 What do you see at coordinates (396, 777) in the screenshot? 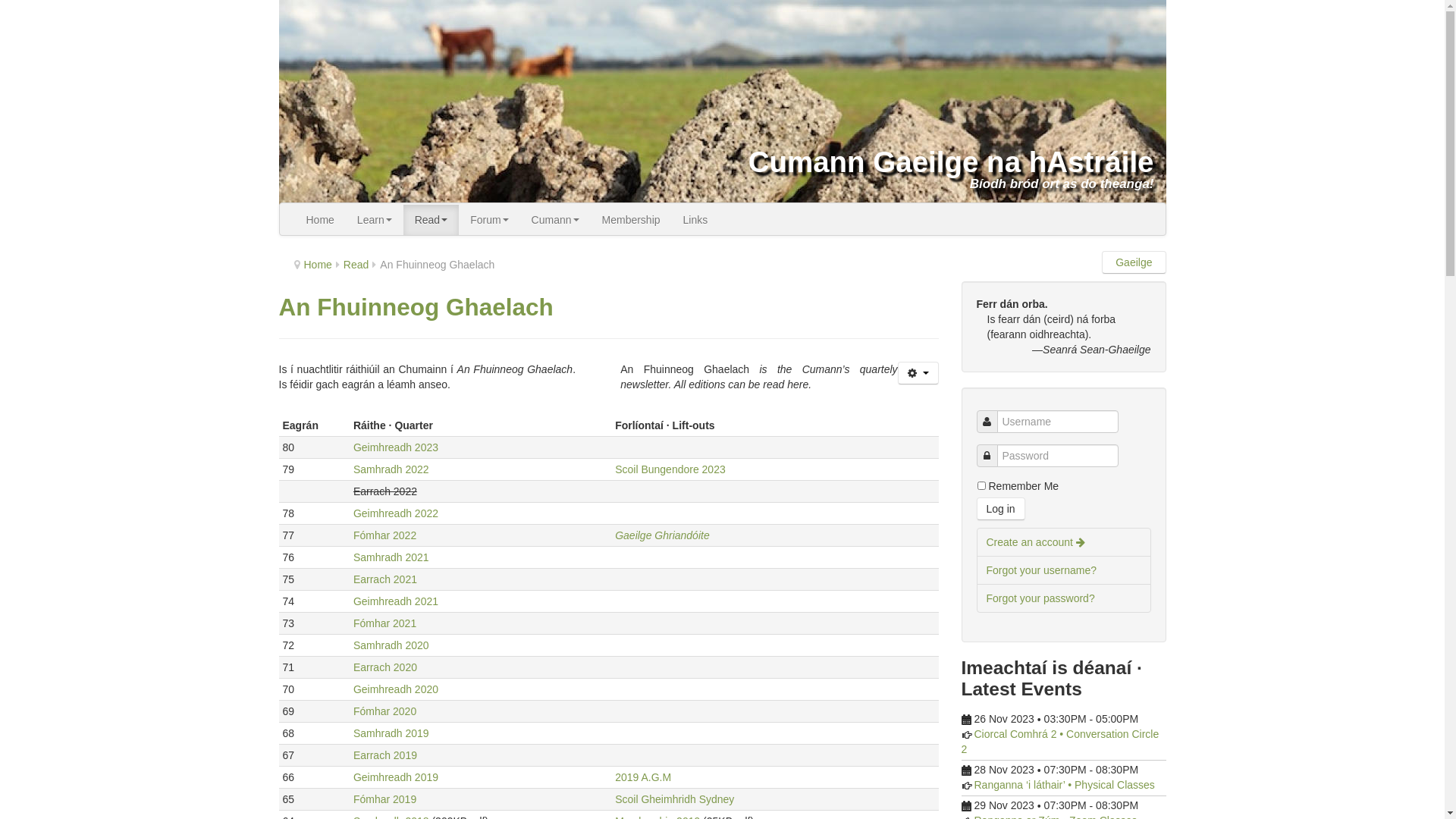
I see `'Geimhreadh 2019'` at bounding box center [396, 777].